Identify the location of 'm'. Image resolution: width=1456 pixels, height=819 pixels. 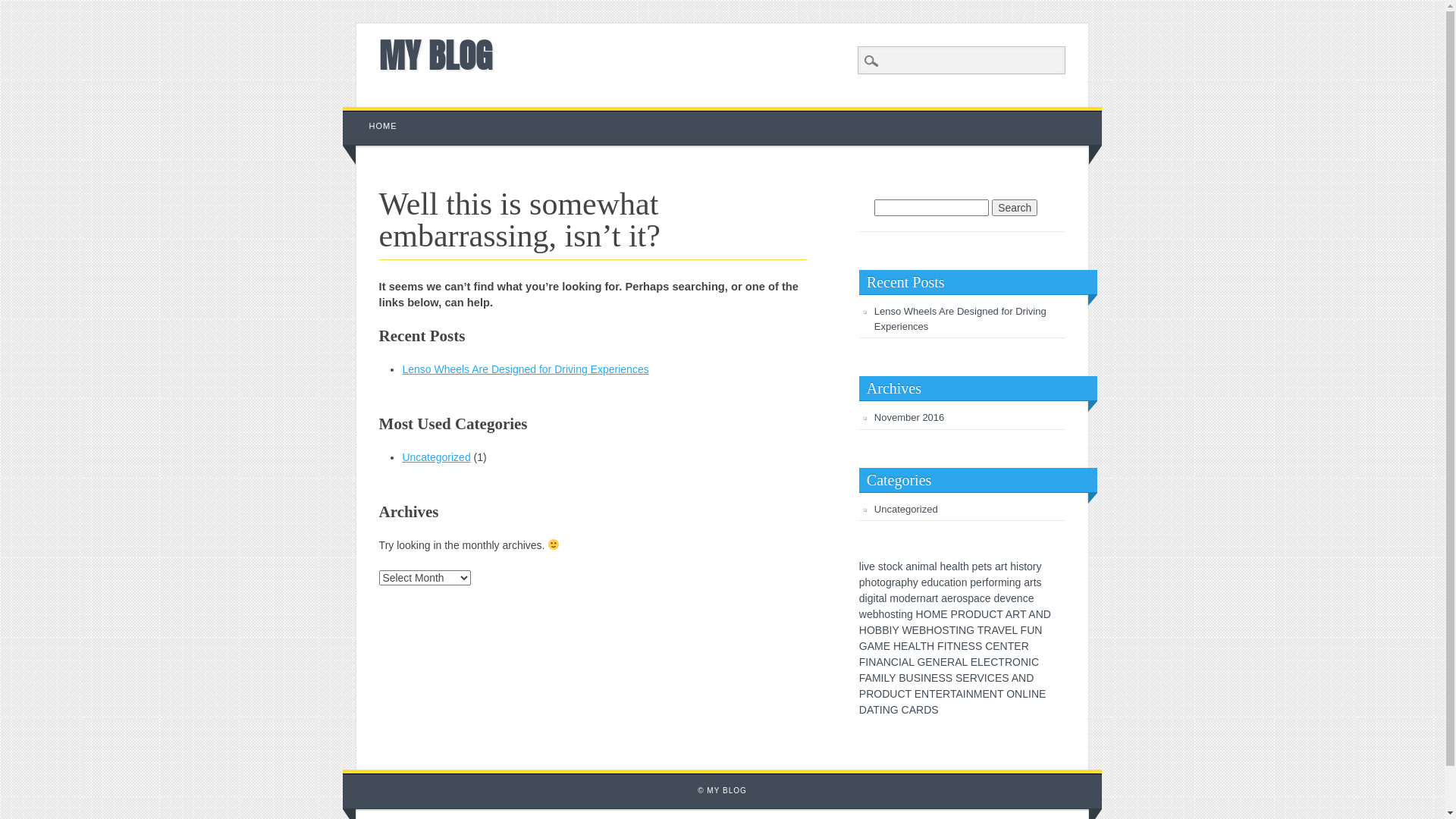
(894, 598).